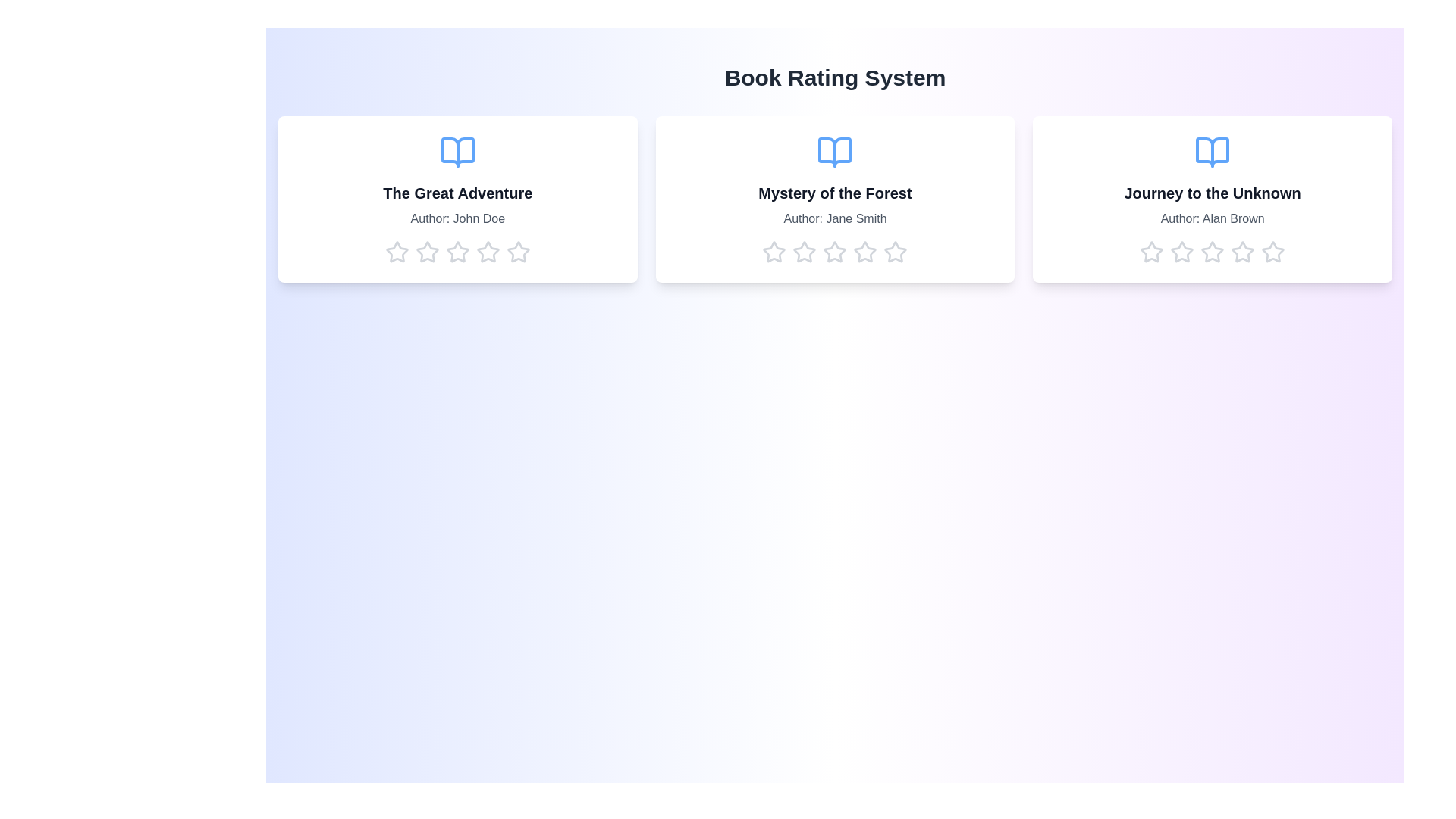  Describe the element at coordinates (488, 251) in the screenshot. I see `the star corresponding to 4 stars to preview the rating` at that location.